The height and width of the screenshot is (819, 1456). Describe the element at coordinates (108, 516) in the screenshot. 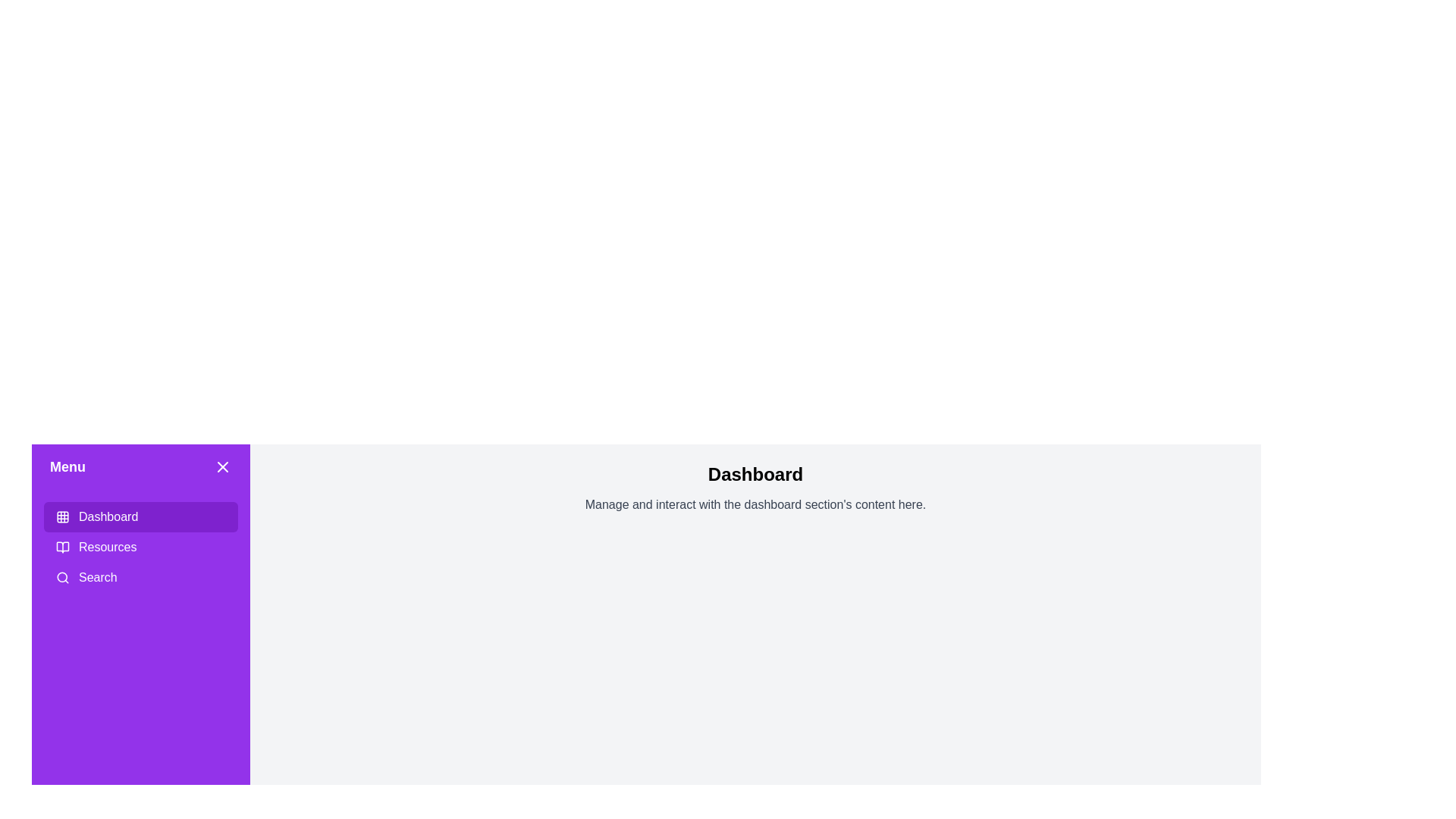

I see `the 'Dashboard' text label in the first navigation item` at that location.